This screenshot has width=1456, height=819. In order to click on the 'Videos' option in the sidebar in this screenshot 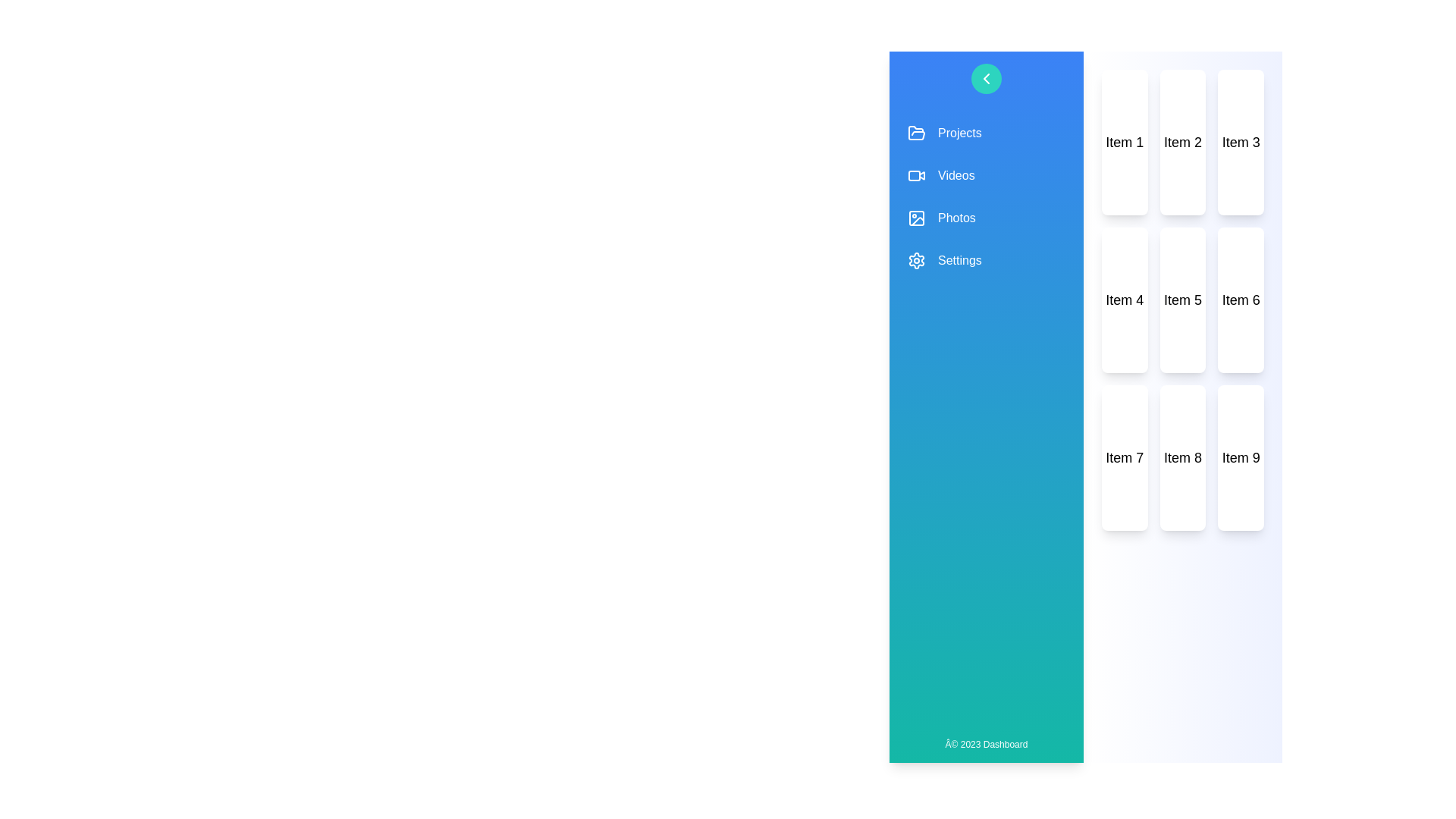, I will do `click(986, 174)`.